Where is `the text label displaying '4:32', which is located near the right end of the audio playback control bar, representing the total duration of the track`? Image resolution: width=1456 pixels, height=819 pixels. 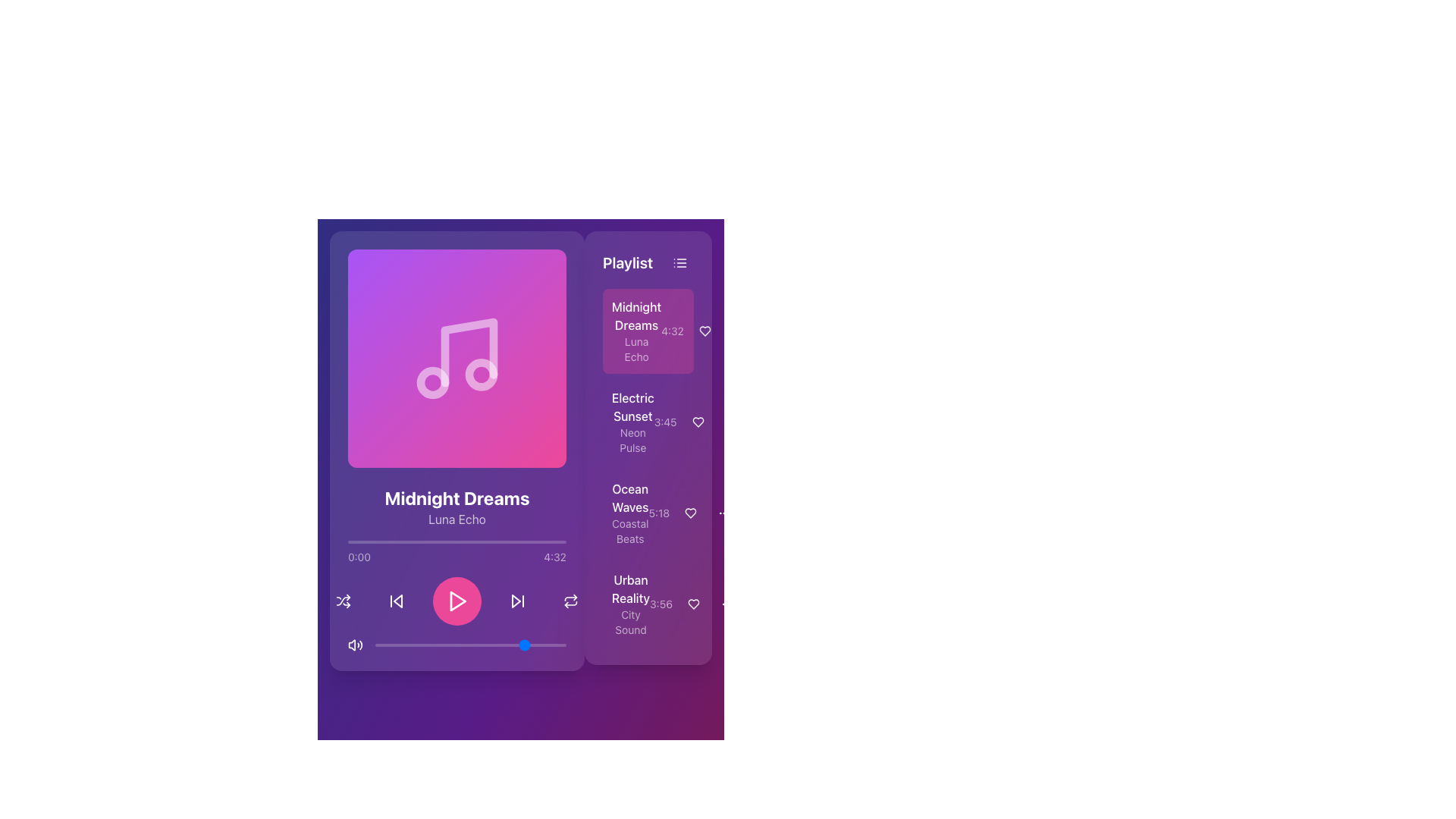
the text label displaying '4:32', which is located near the right end of the audio playback control bar, representing the total duration of the track is located at coordinates (554, 557).